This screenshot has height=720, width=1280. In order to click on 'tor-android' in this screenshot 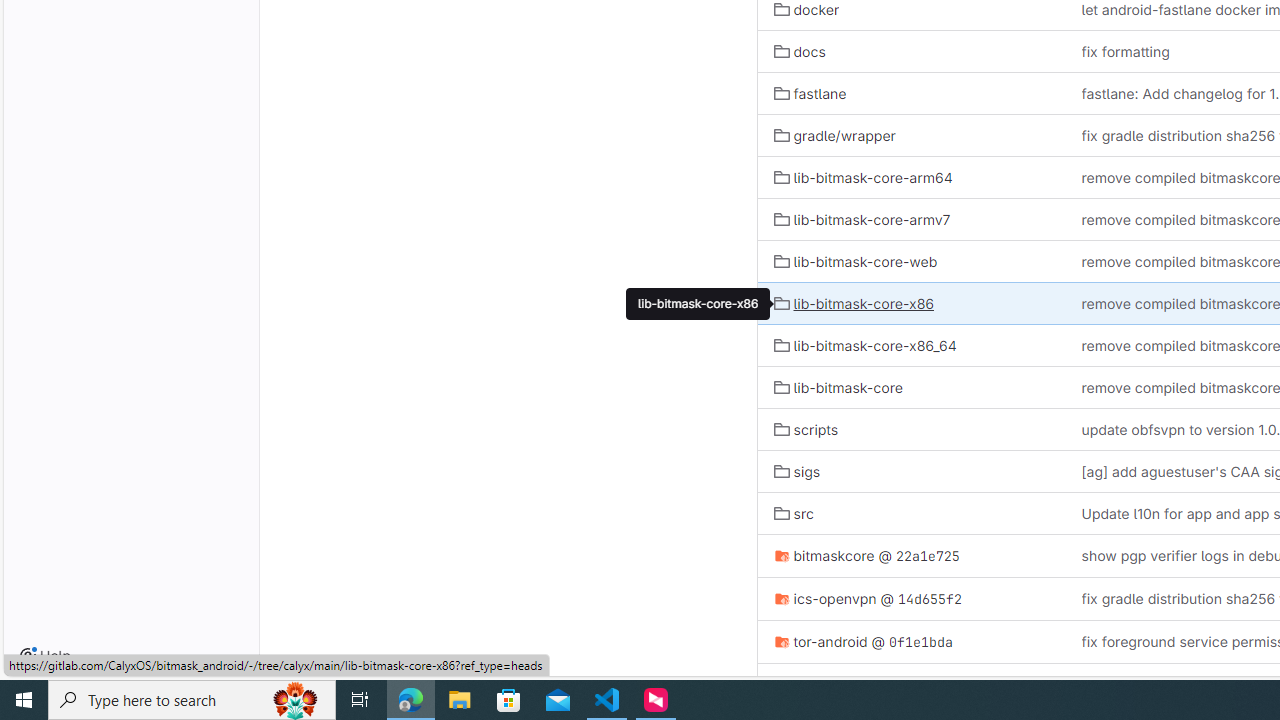, I will do `click(820, 641)`.